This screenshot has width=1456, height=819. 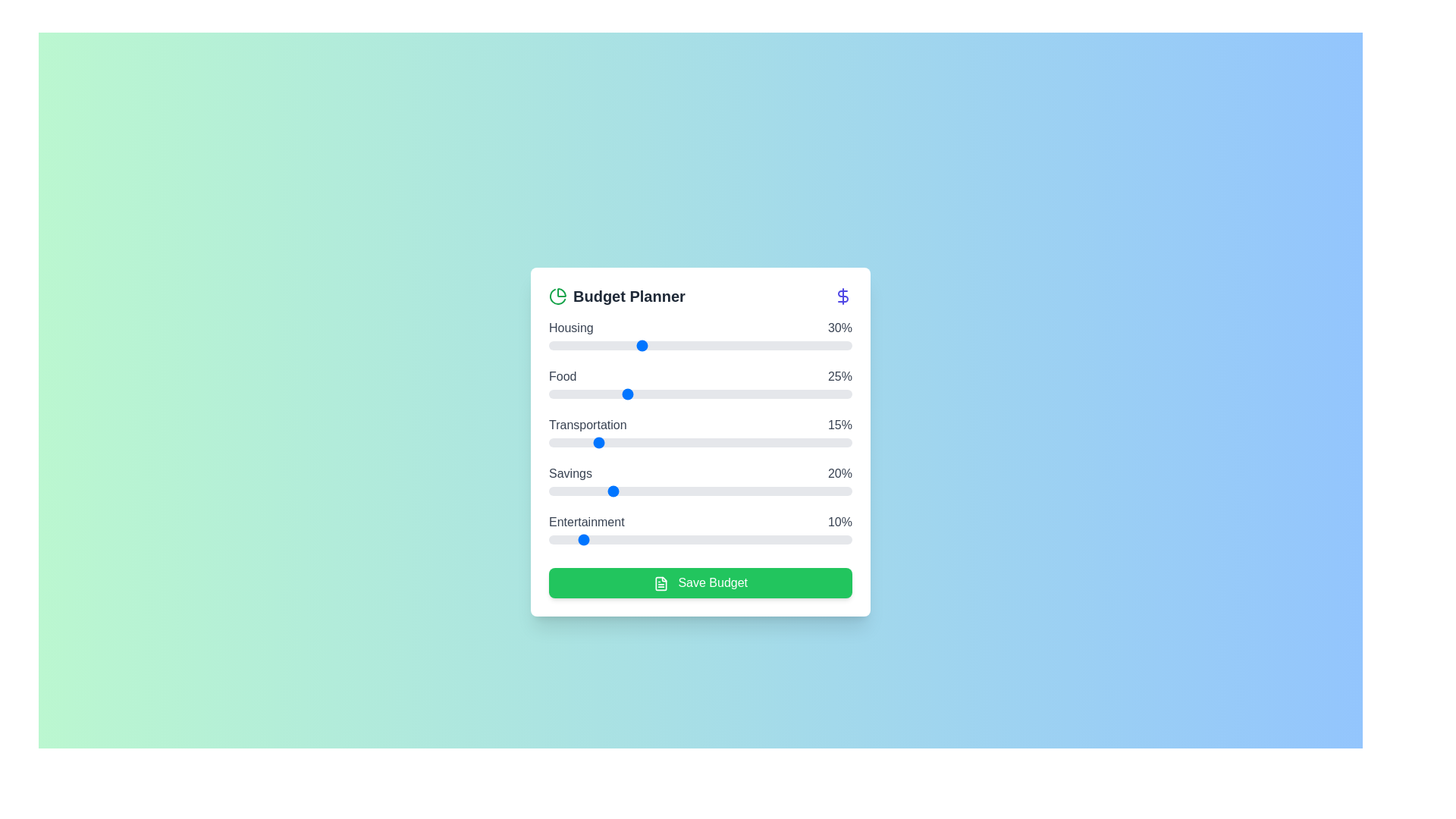 I want to click on the slider for 'Food' to set its percentage to 41, so click(x=673, y=394).